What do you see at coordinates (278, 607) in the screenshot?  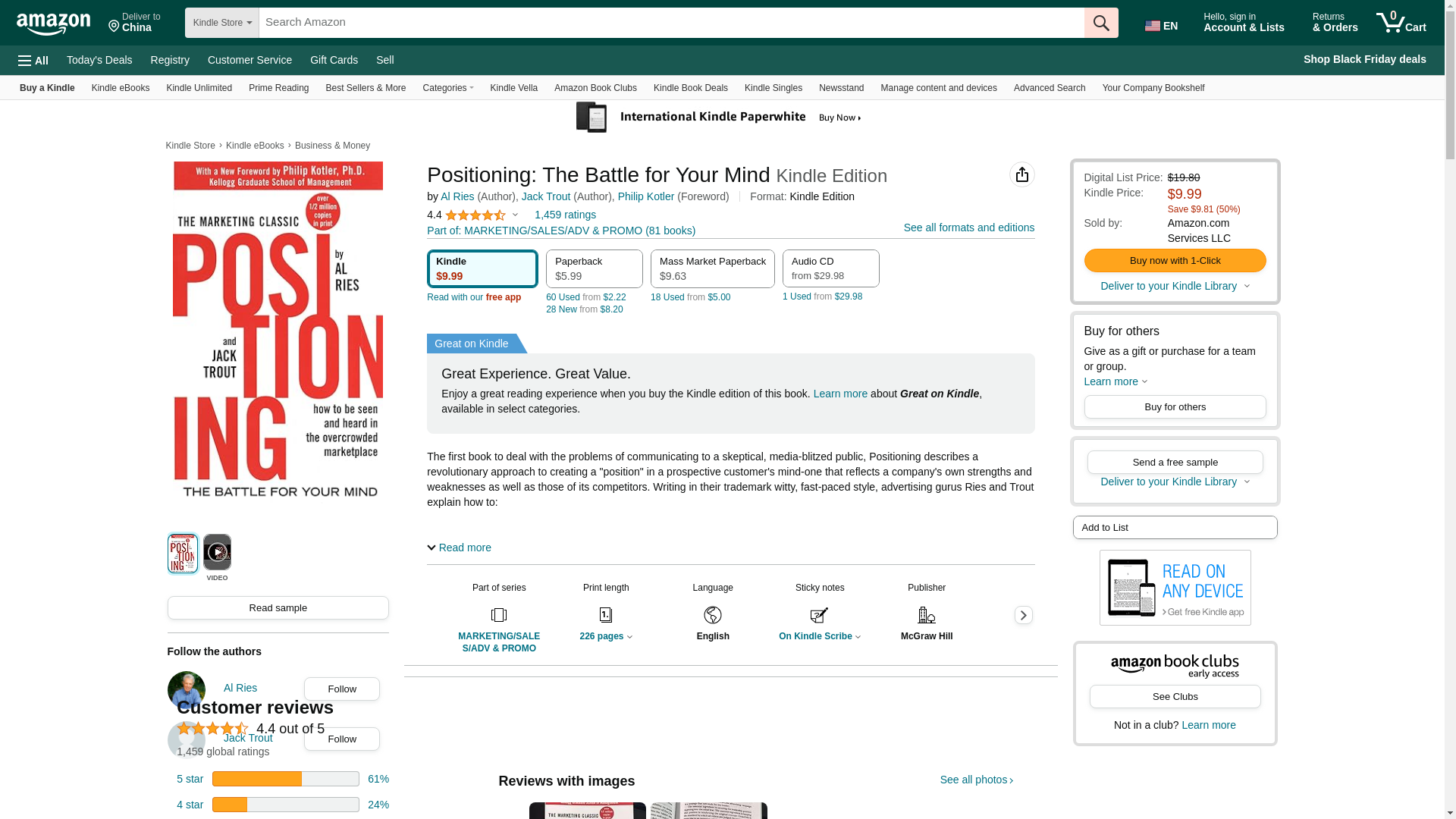 I see `'Read sample'` at bounding box center [278, 607].